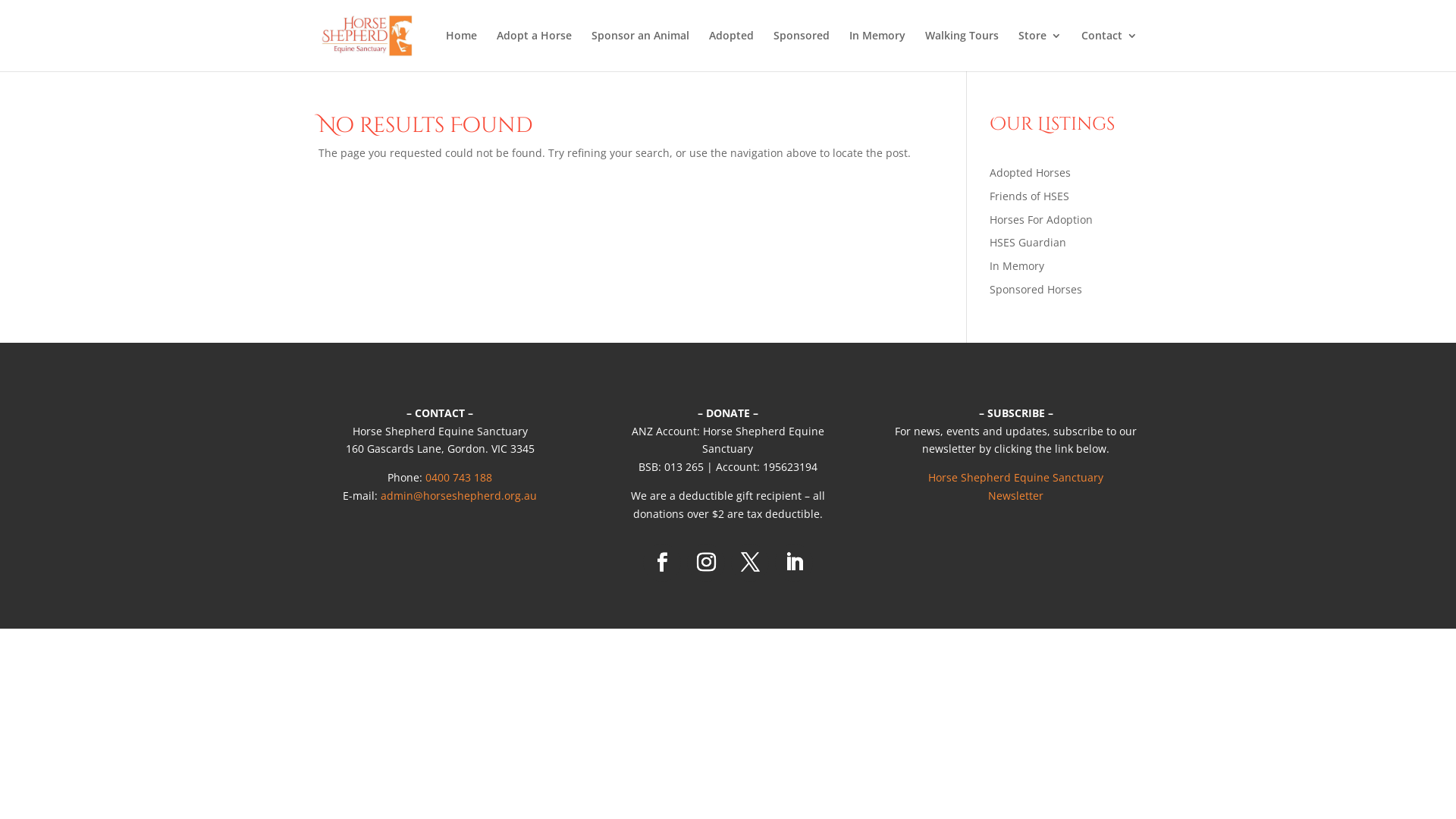 This screenshot has width=1456, height=819. Describe the element at coordinates (705, 562) in the screenshot. I see `'Follow on Instagram'` at that location.